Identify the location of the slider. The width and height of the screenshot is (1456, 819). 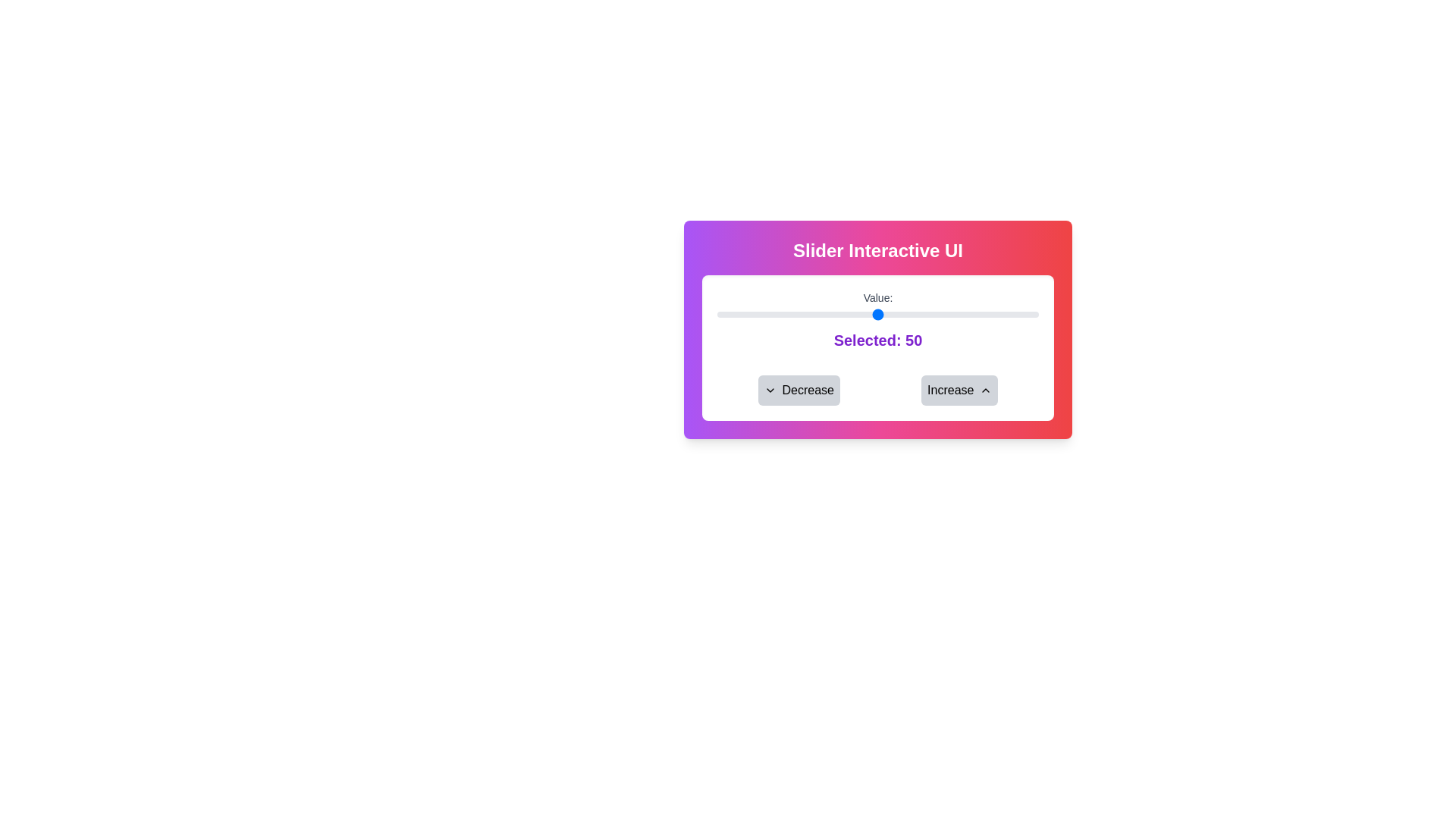
(749, 314).